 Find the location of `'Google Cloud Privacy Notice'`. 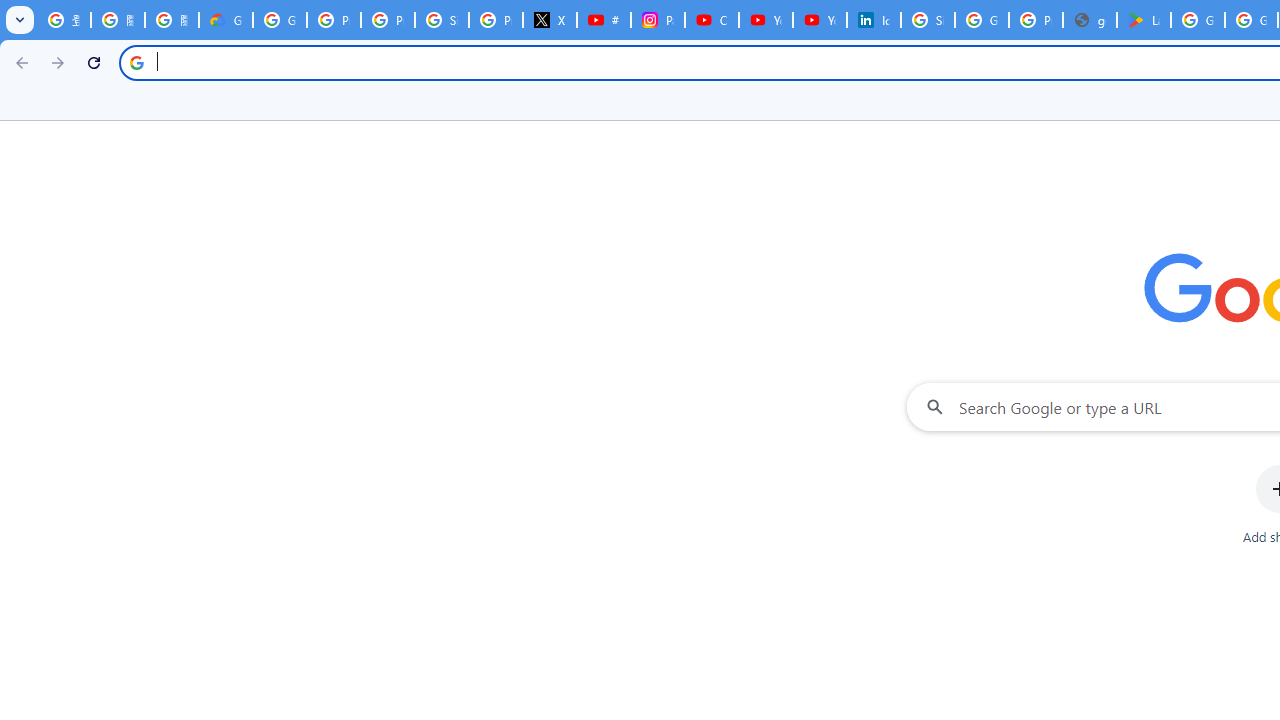

'Google Cloud Privacy Notice' is located at coordinates (225, 20).